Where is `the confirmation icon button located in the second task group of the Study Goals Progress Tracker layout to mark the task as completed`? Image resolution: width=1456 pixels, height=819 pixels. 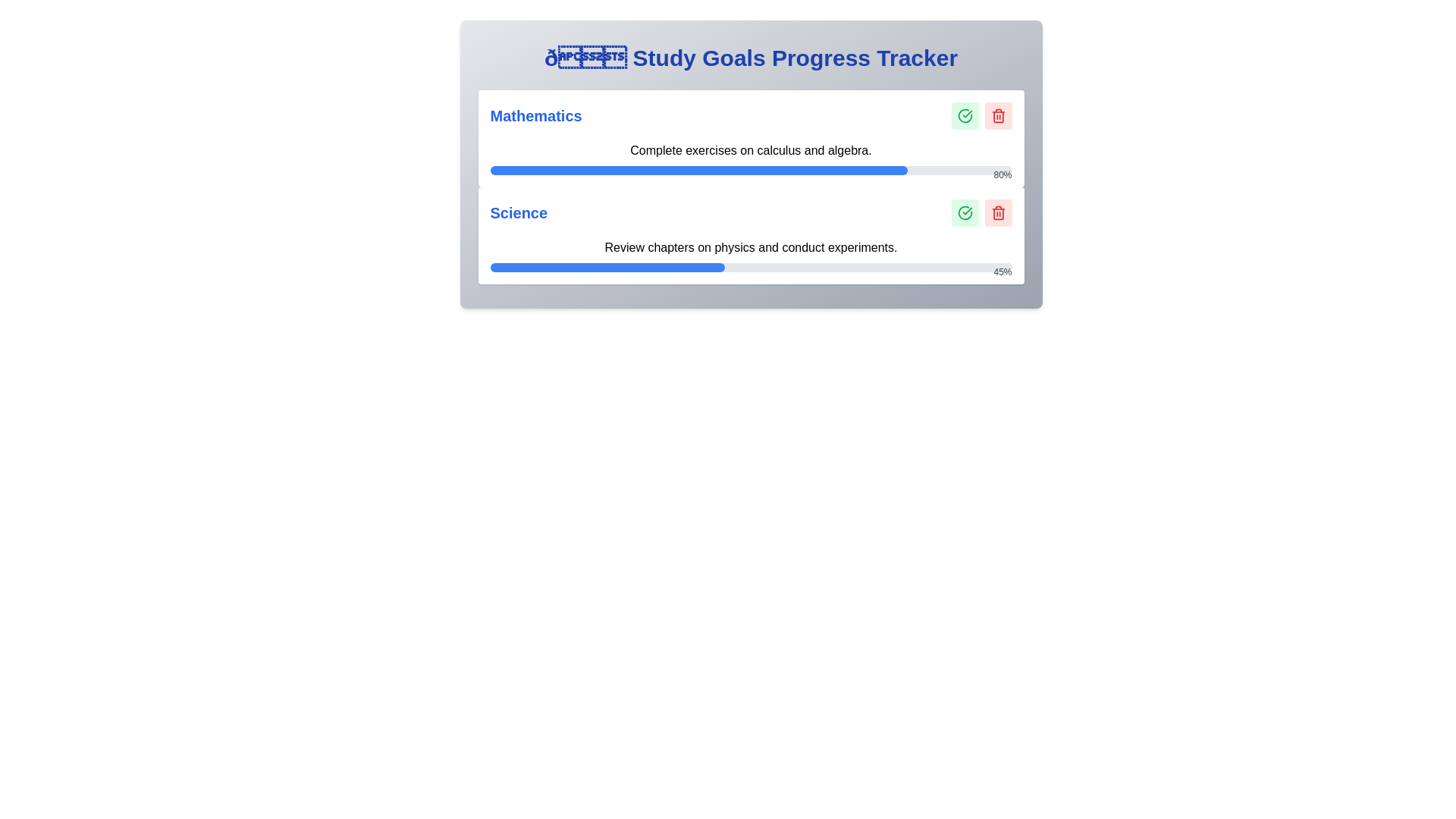
the confirmation icon button located in the second task group of the Study Goals Progress Tracker layout to mark the task as completed is located at coordinates (964, 213).